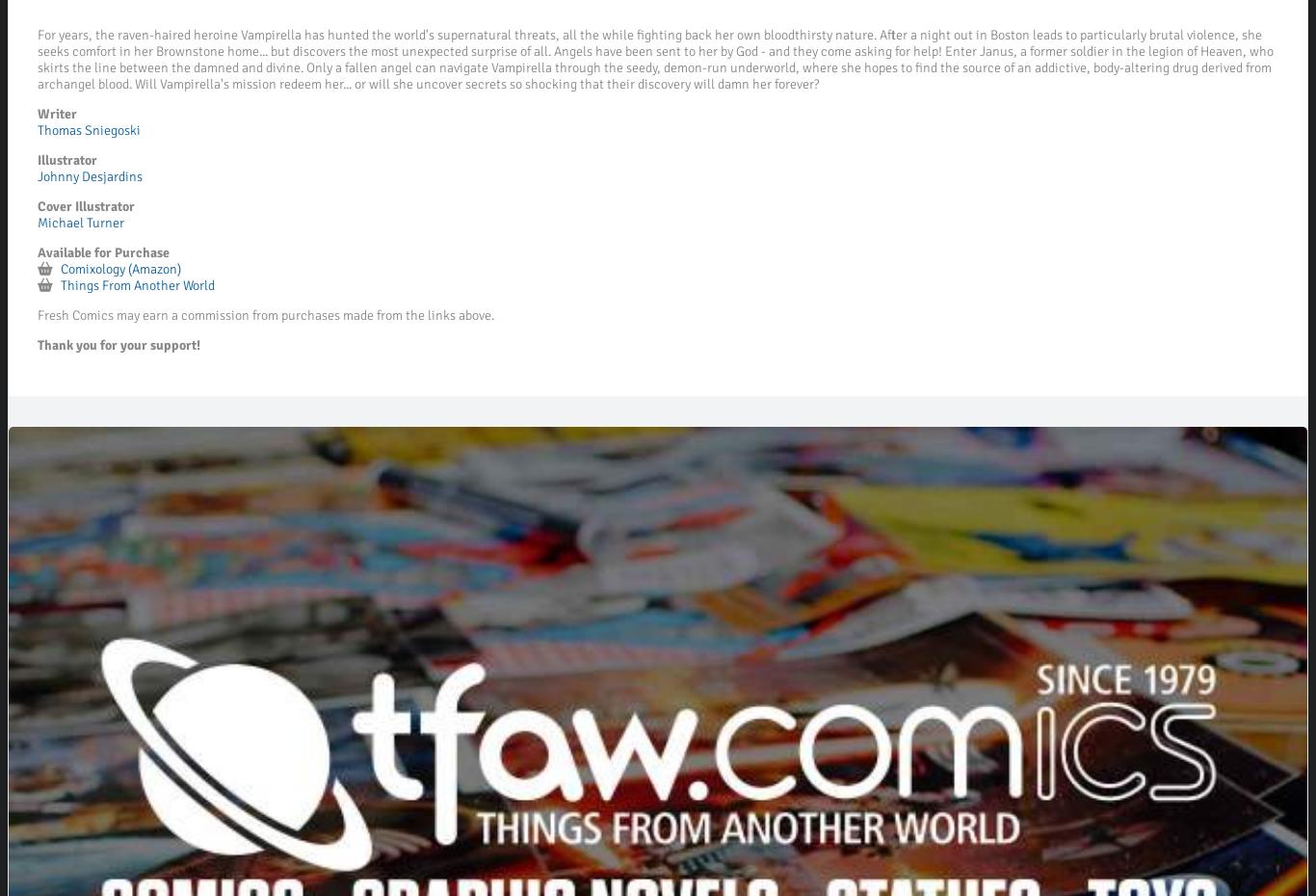 The height and width of the screenshot is (896, 1316). What do you see at coordinates (103, 252) in the screenshot?
I see `'Available for Purchase'` at bounding box center [103, 252].